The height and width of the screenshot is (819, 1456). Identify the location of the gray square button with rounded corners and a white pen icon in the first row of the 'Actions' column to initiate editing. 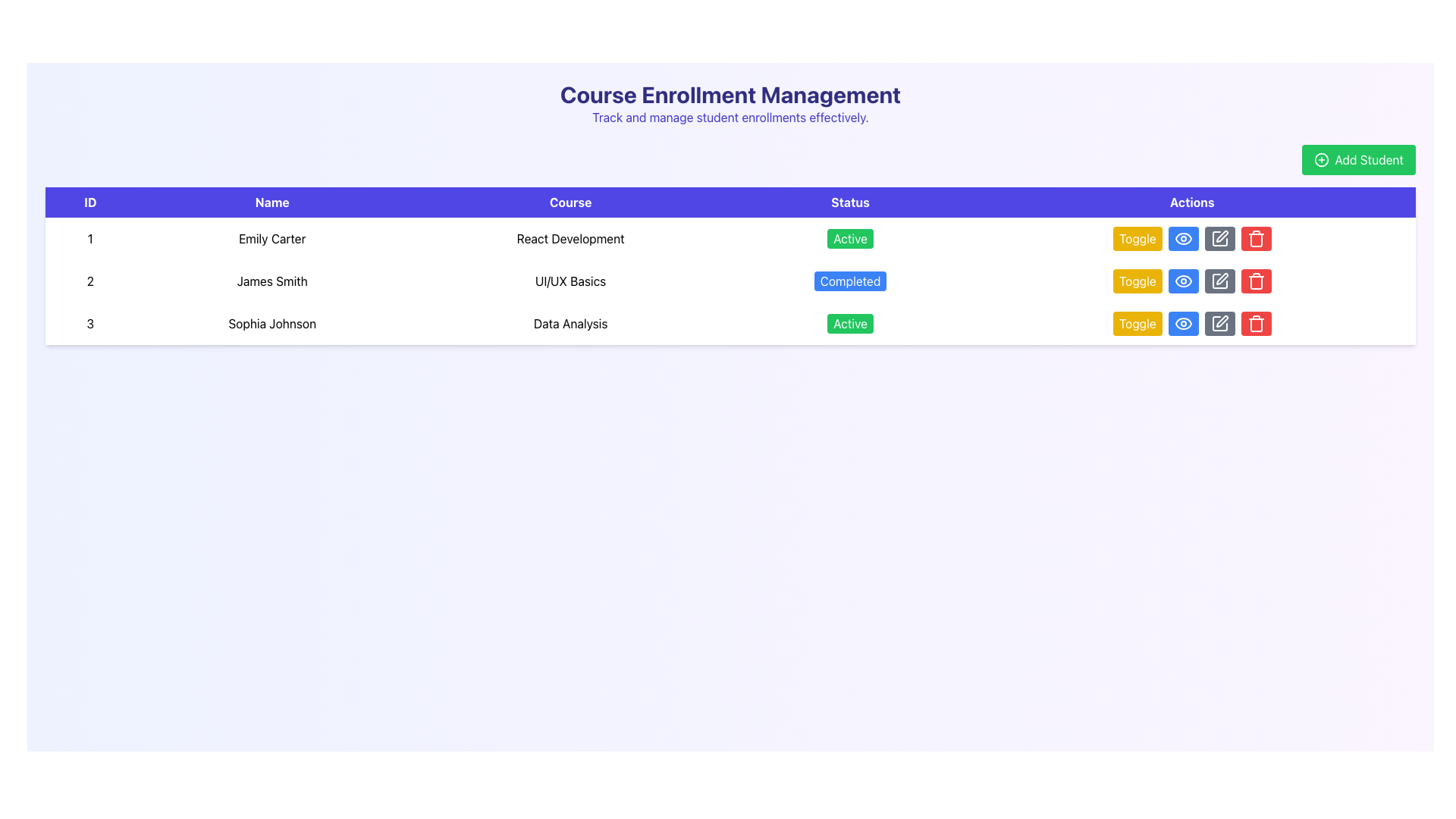
(1219, 281).